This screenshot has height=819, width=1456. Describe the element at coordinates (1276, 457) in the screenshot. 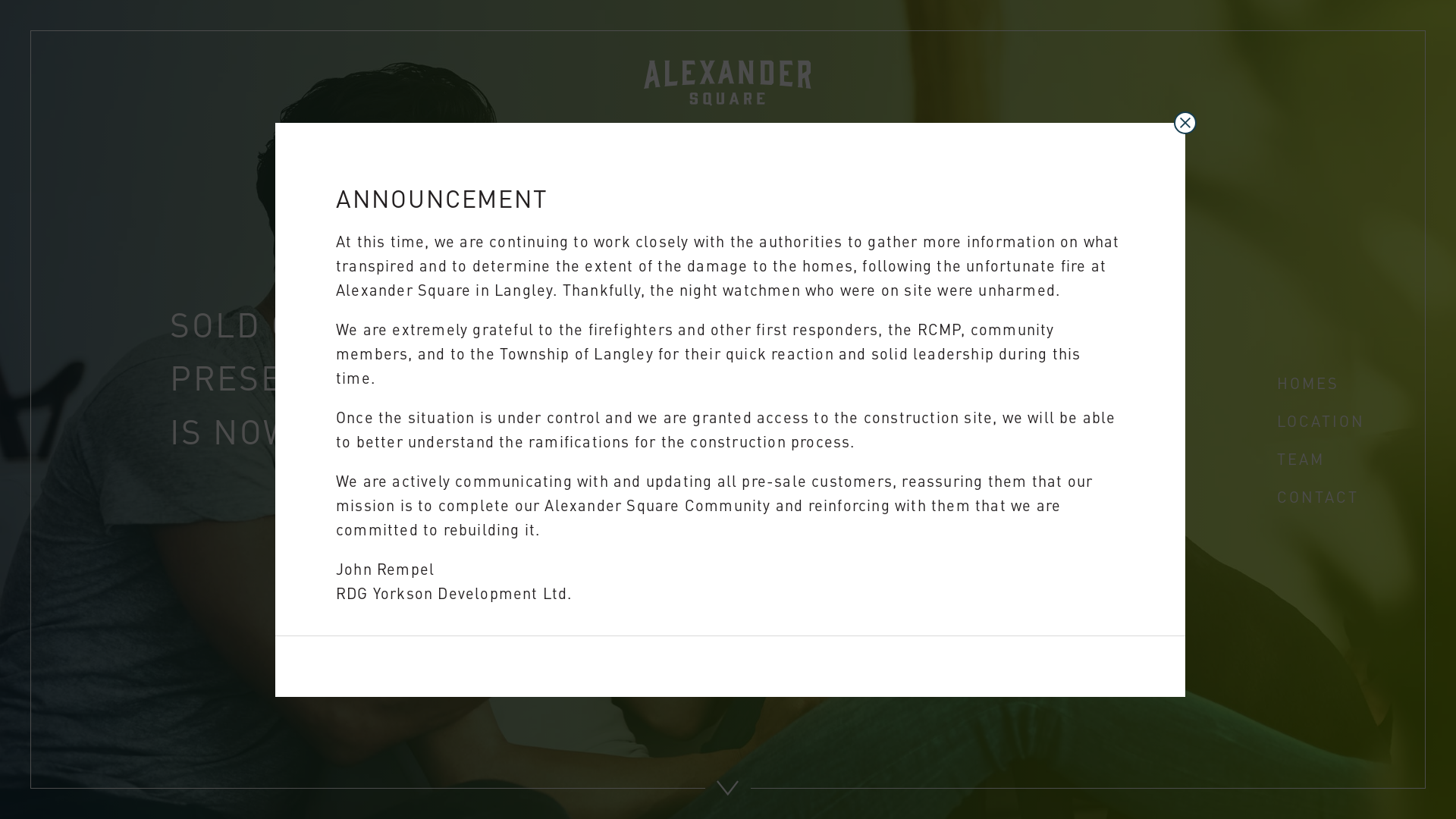

I see `'TEAM'` at that location.